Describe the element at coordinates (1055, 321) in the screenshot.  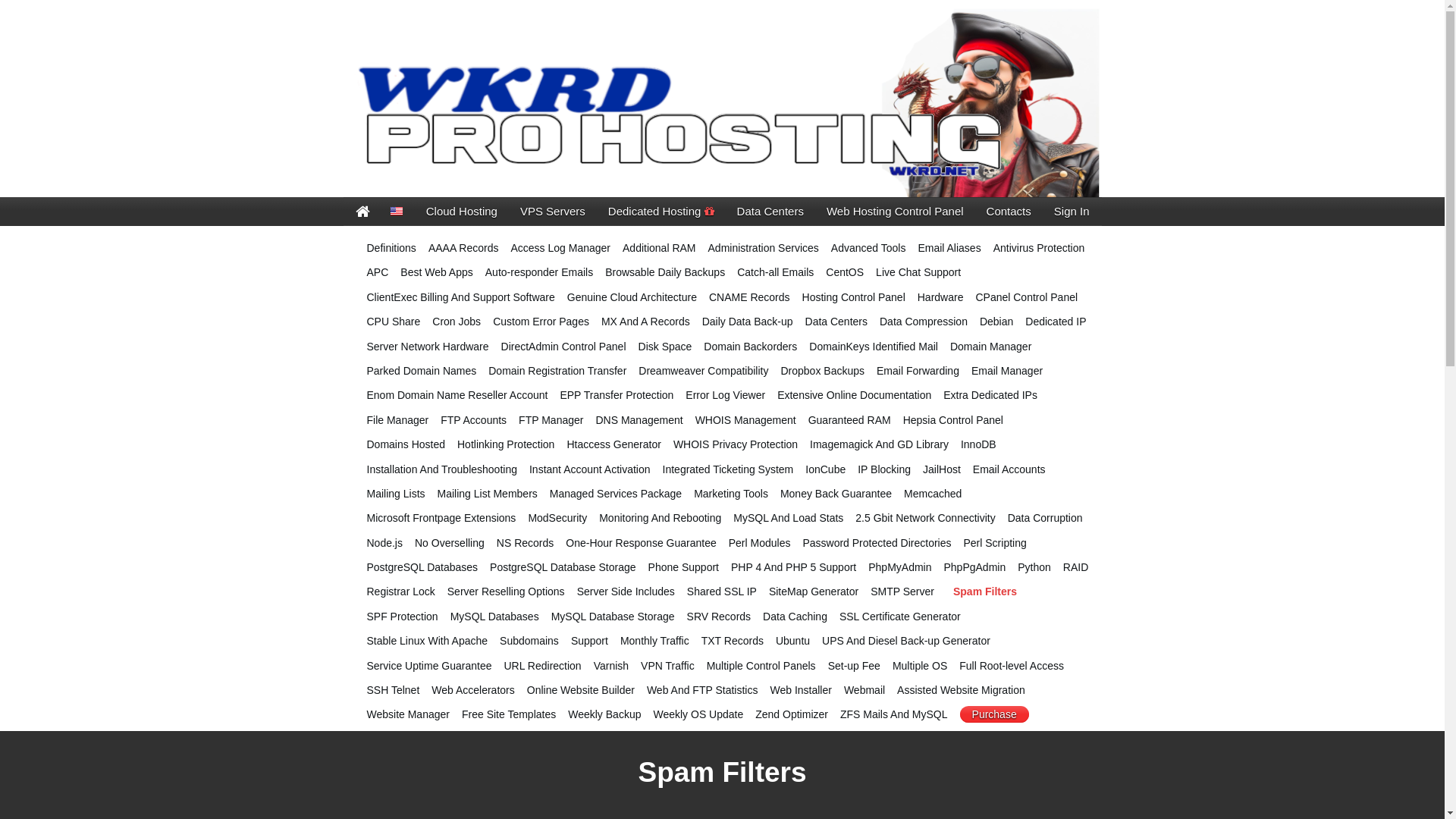
I see `'Dedicated IP'` at that location.